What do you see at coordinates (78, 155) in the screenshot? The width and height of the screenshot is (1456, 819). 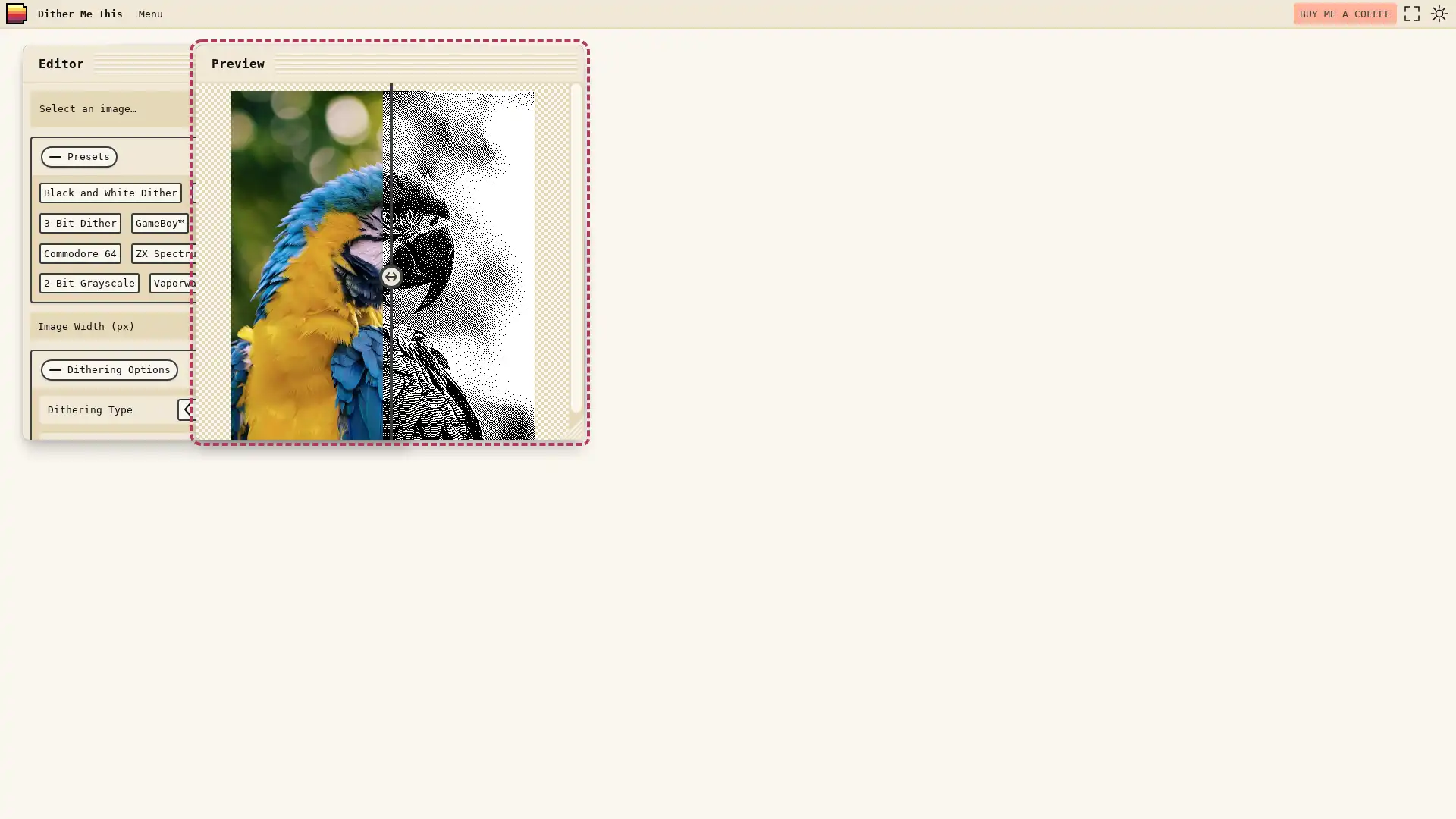 I see `Presets` at bounding box center [78, 155].